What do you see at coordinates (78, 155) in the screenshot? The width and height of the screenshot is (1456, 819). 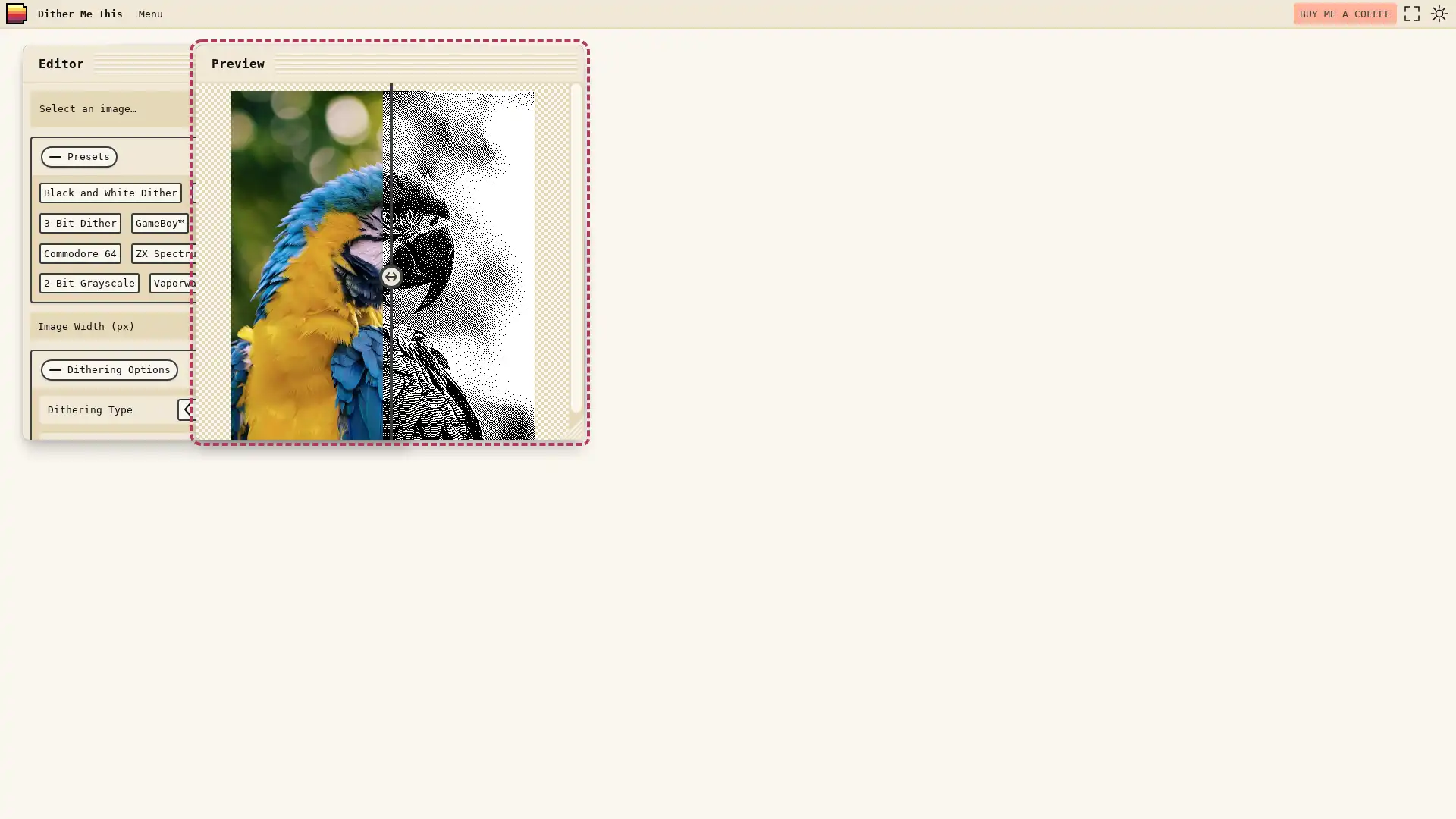 I see `Presets` at bounding box center [78, 155].